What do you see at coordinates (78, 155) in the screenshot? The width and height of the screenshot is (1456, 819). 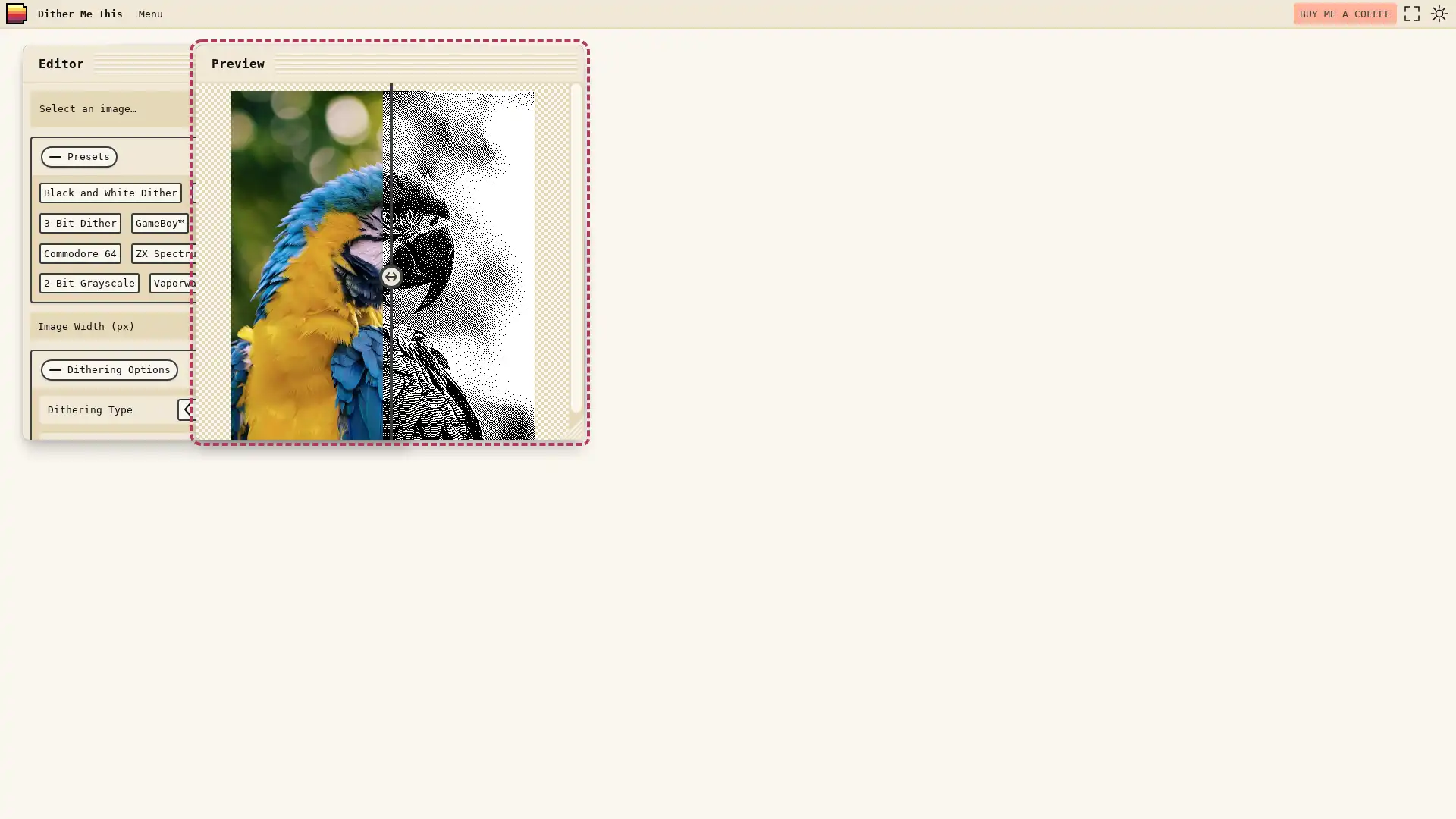 I see `Presets` at bounding box center [78, 155].